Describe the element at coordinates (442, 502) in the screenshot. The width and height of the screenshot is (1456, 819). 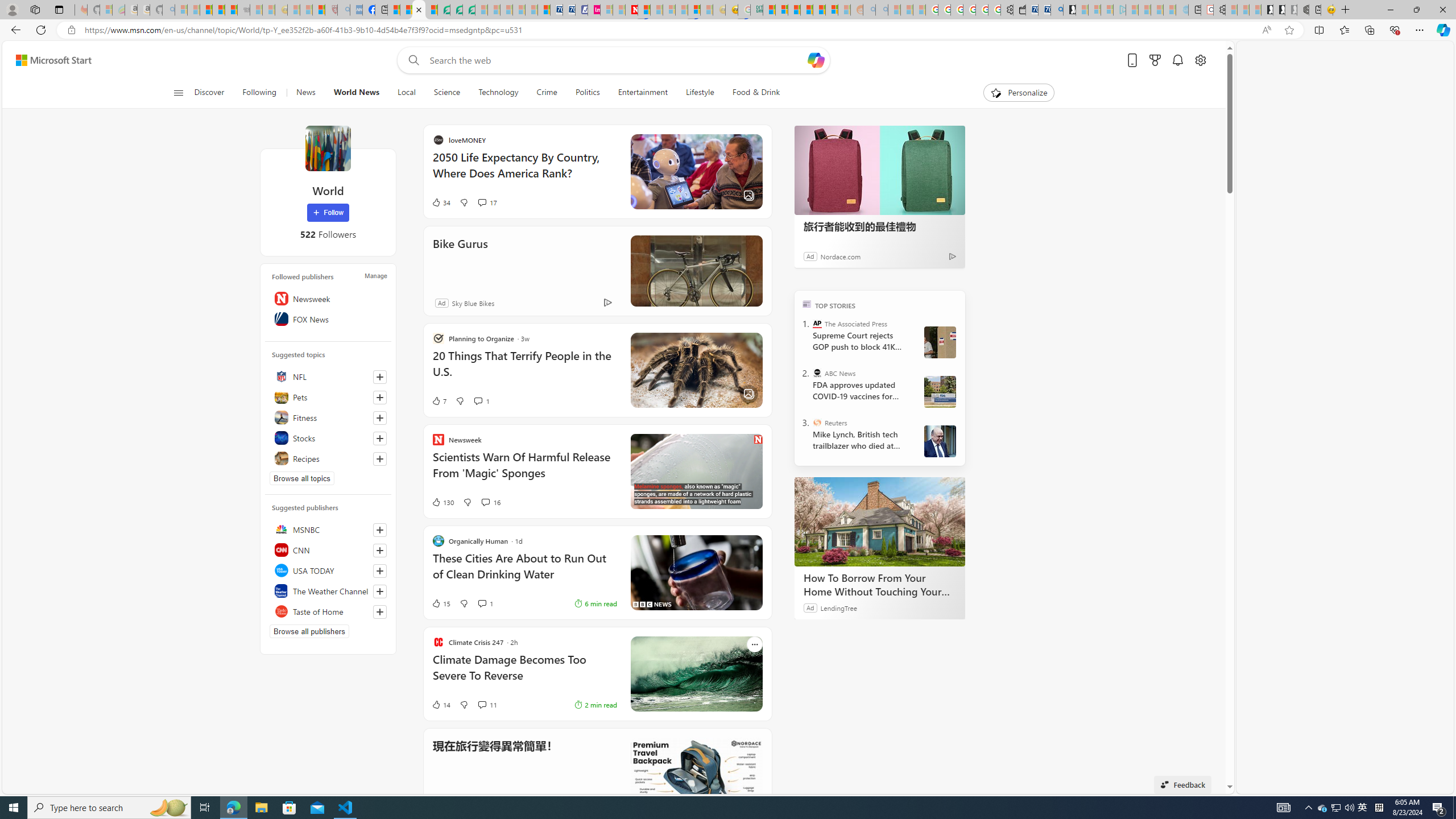
I see `'130 Like'` at that location.